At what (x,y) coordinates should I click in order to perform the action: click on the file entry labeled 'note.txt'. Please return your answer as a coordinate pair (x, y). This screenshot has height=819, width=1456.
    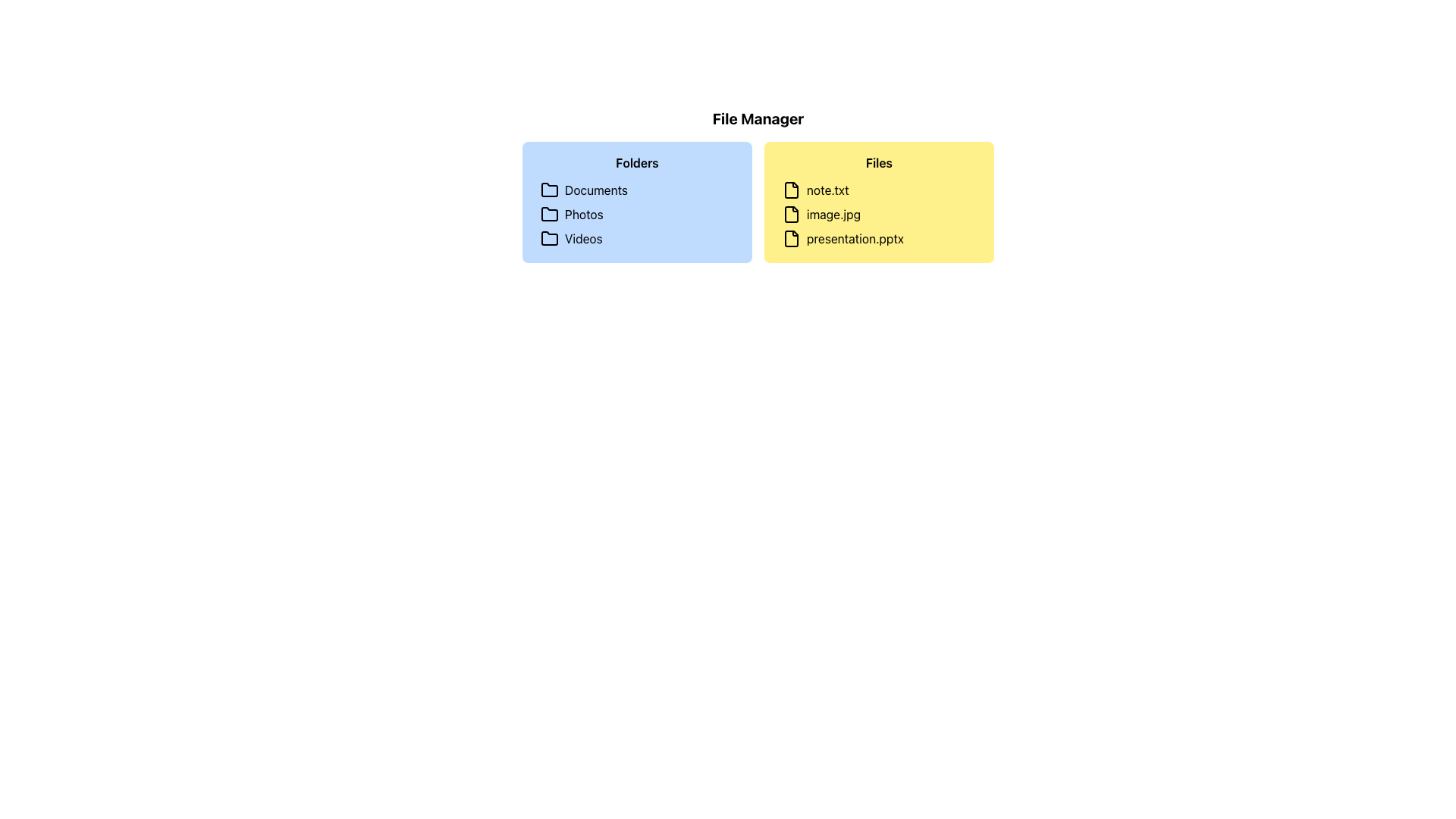
    Looking at the image, I should click on (879, 189).